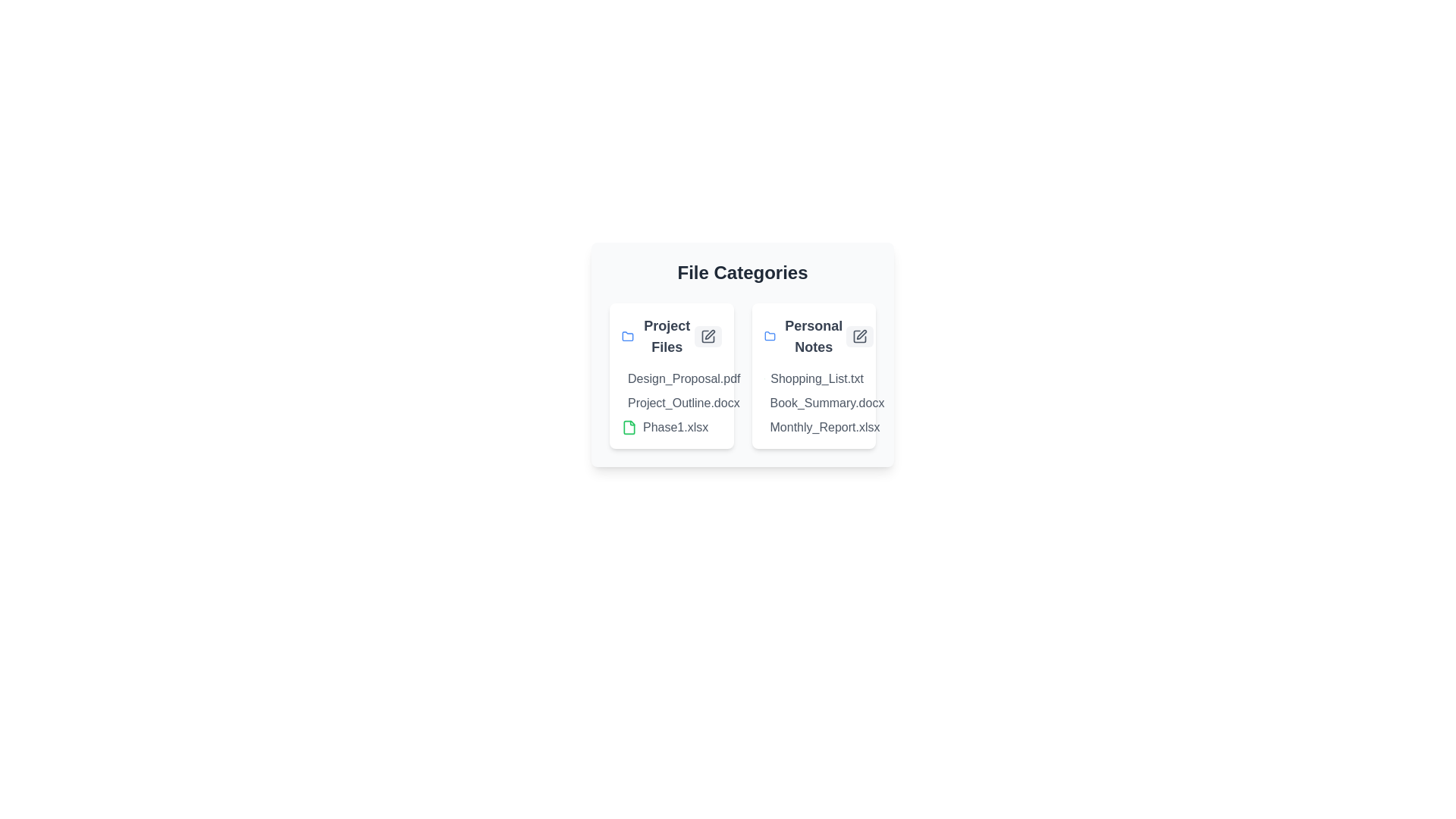 The height and width of the screenshot is (819, 1456). What do you see at coordinates (628, 427) in the screenshot?
I see `the document Phase1.xlsx` at bounding box center [628, 427].